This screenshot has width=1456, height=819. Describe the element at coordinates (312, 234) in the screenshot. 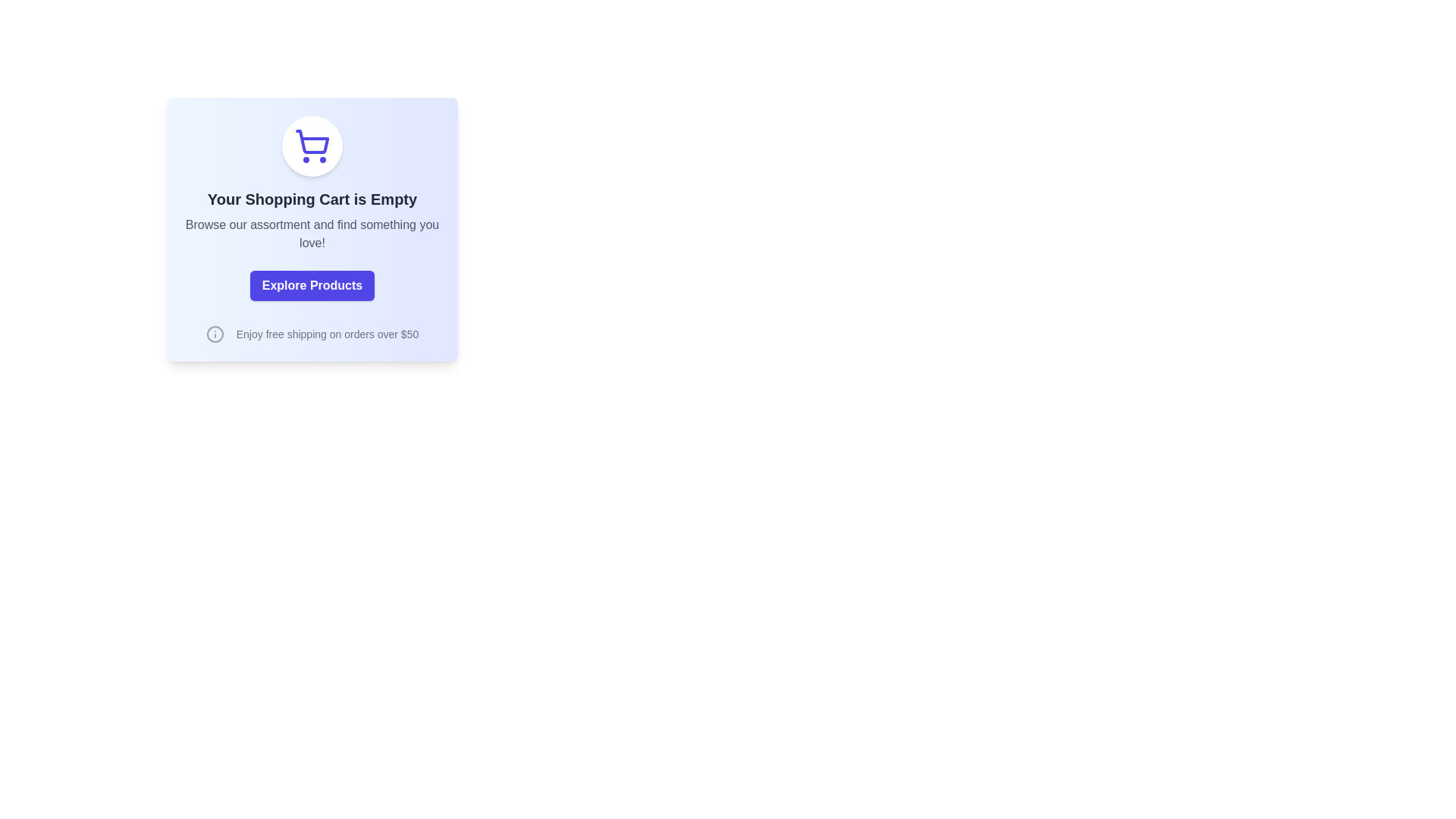

I see `the text element displaying 'Browse our assortment and find something you love!', which is positioned below the title 'Your Shopping Cart is Empty' and above the 'Explore Products' button` at that location.